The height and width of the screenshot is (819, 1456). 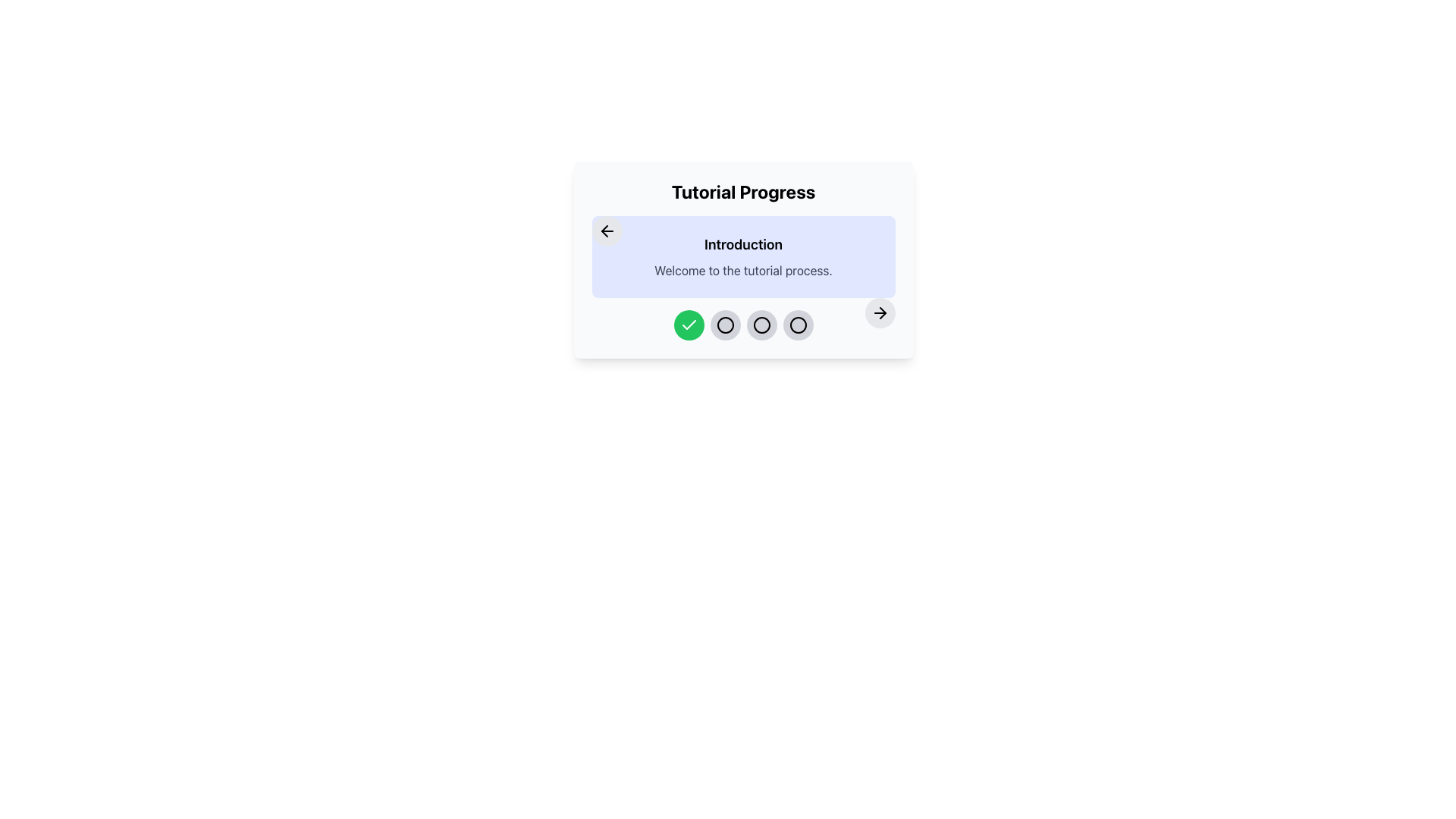 What do you see at coordinates (743, 270) in the screenshot?
I see `the text element that reads 'Welcome to the tutorial process.', which is styled in gray and located inside a rounded blue-shaded box` at bounding box center [743, 270].